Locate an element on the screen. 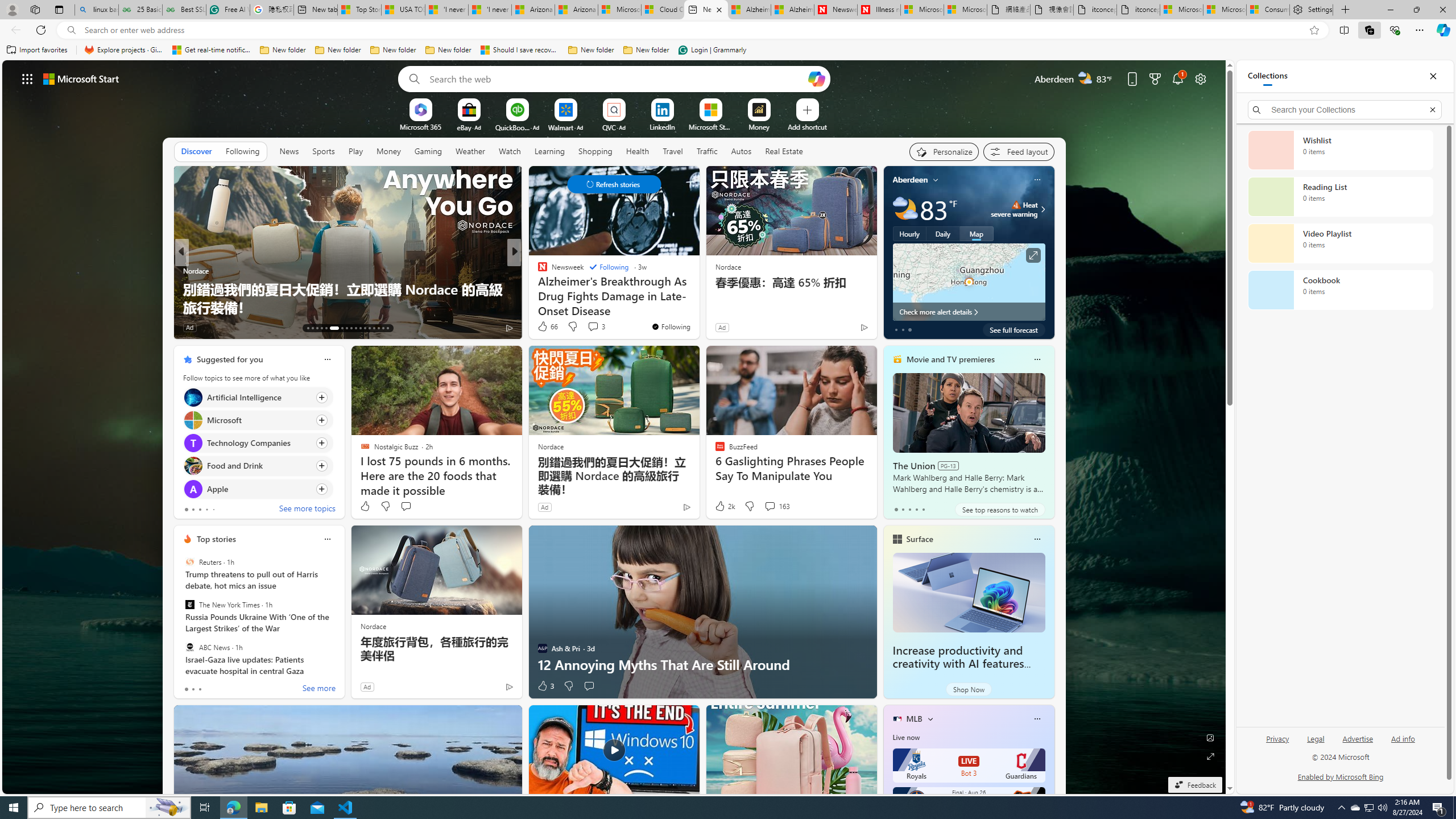 This screenshot has height=819, width=1456. 'Travel' is located at coordinates (672, 150).